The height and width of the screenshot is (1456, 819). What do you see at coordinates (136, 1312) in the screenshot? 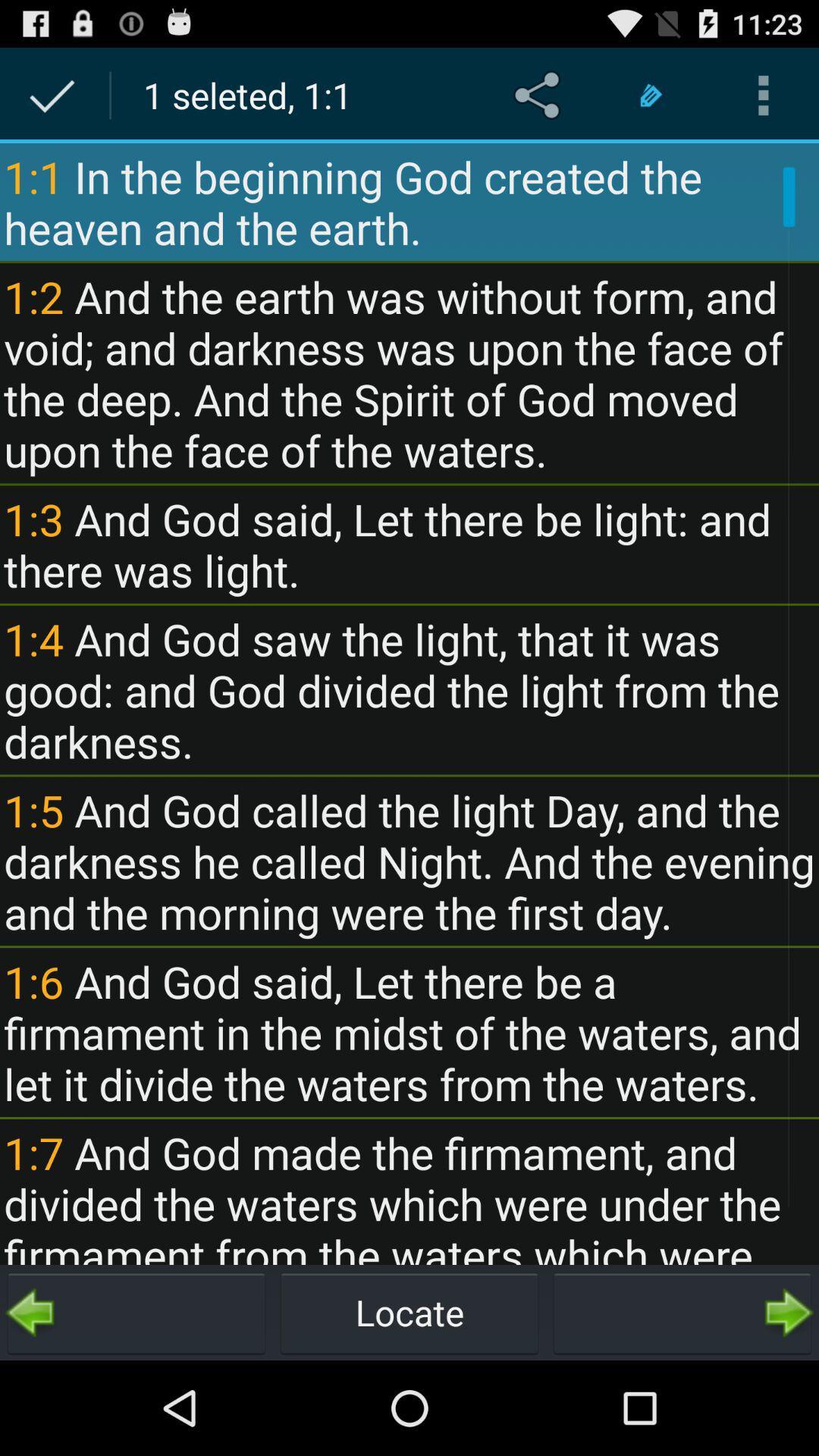
I see `go back` at bounding box center [136, 1312].